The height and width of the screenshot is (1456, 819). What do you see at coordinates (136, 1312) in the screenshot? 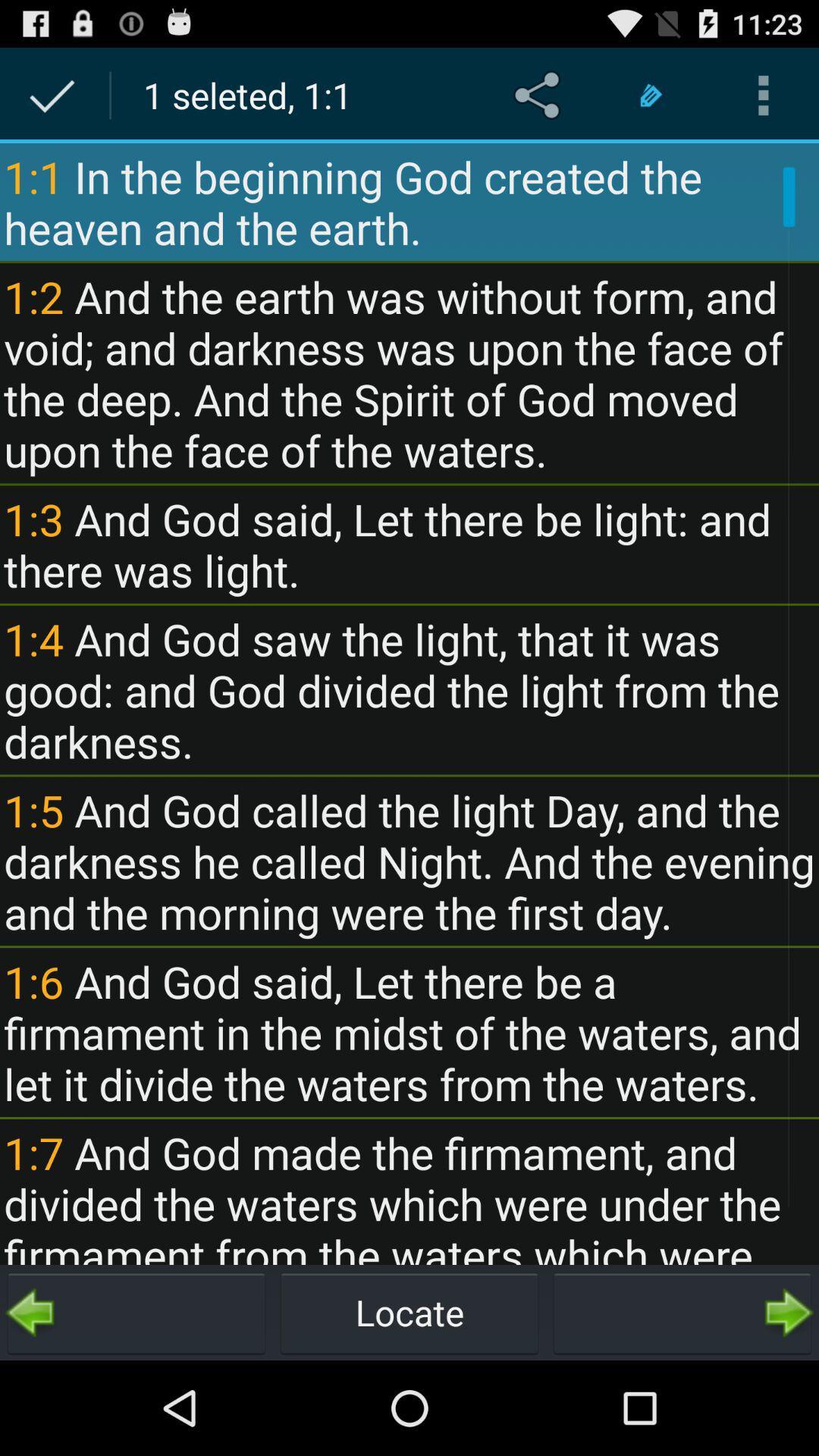
I see `go back` at bounding box center [136, 1312].